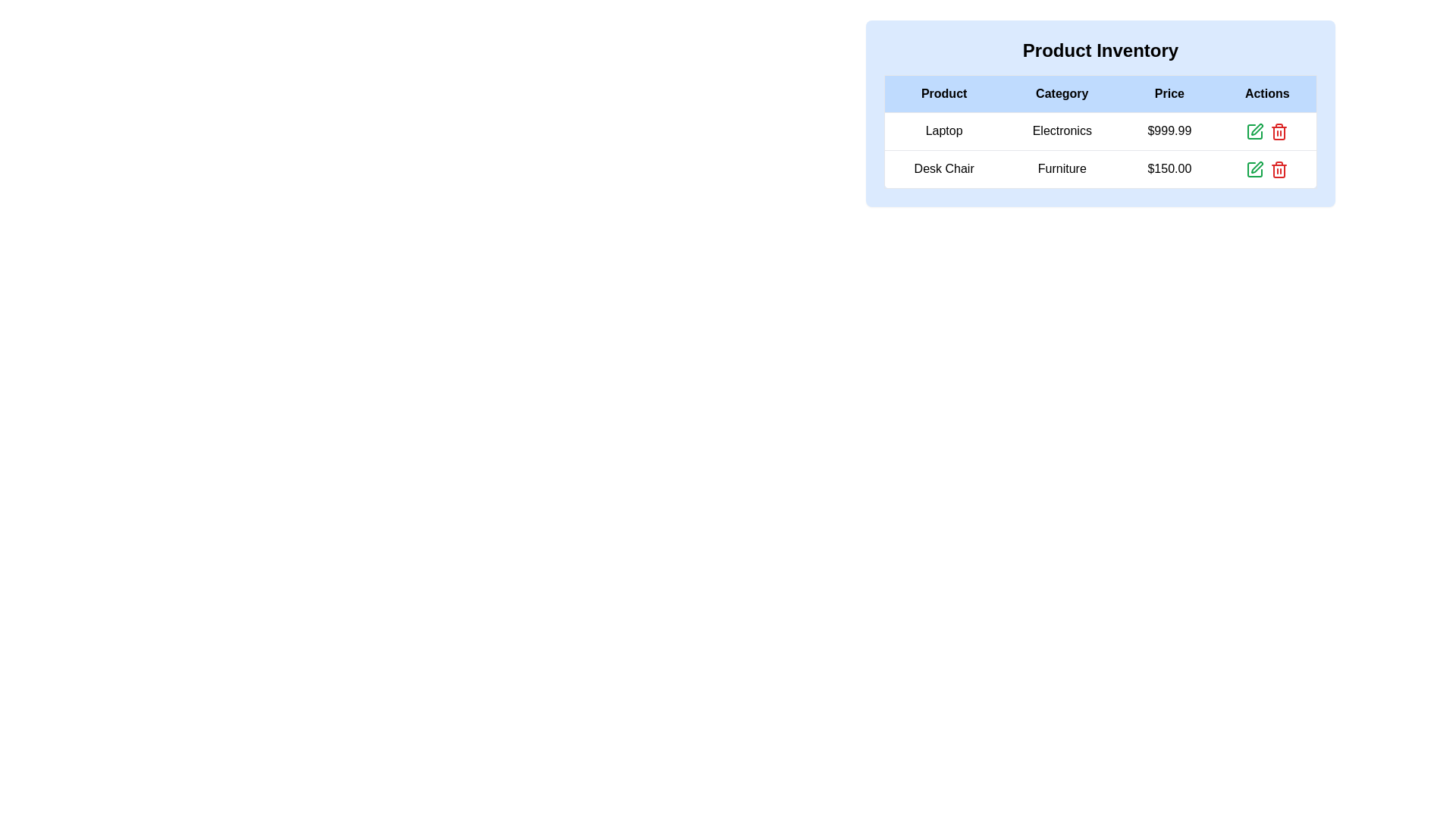  What do you see at coordinates (1279, 132) in the screenshot?
I see `the trash bin icon representing the delete action for the product 'Laptop' in the Actions column` at bounding box center [1279, 132].